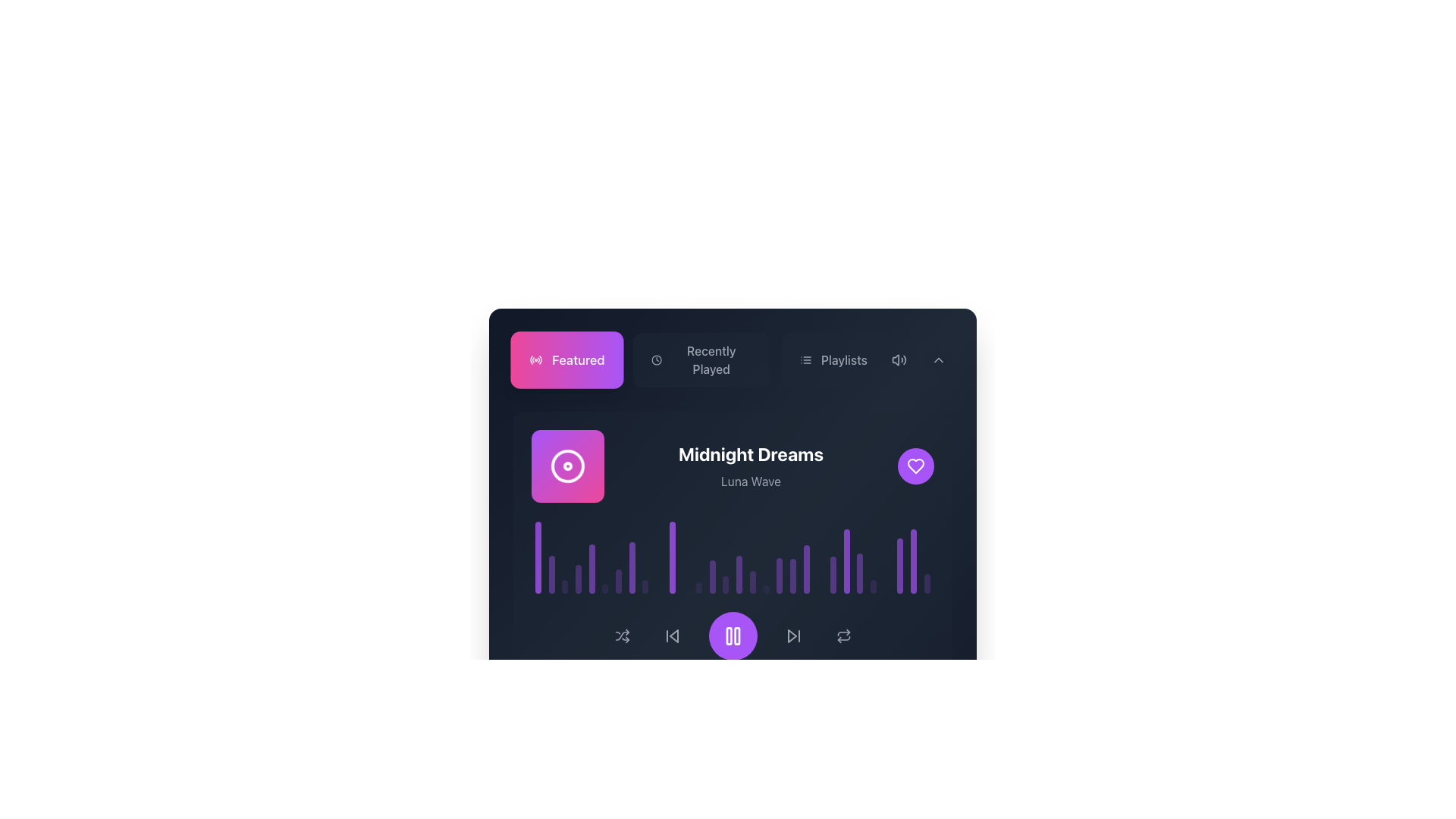  I want to click on the sixth vertical rectangle with rounded edges, styled with a light purple hue and semi-transparent background, in the graphical equalizer output visual, so click(604, 588).